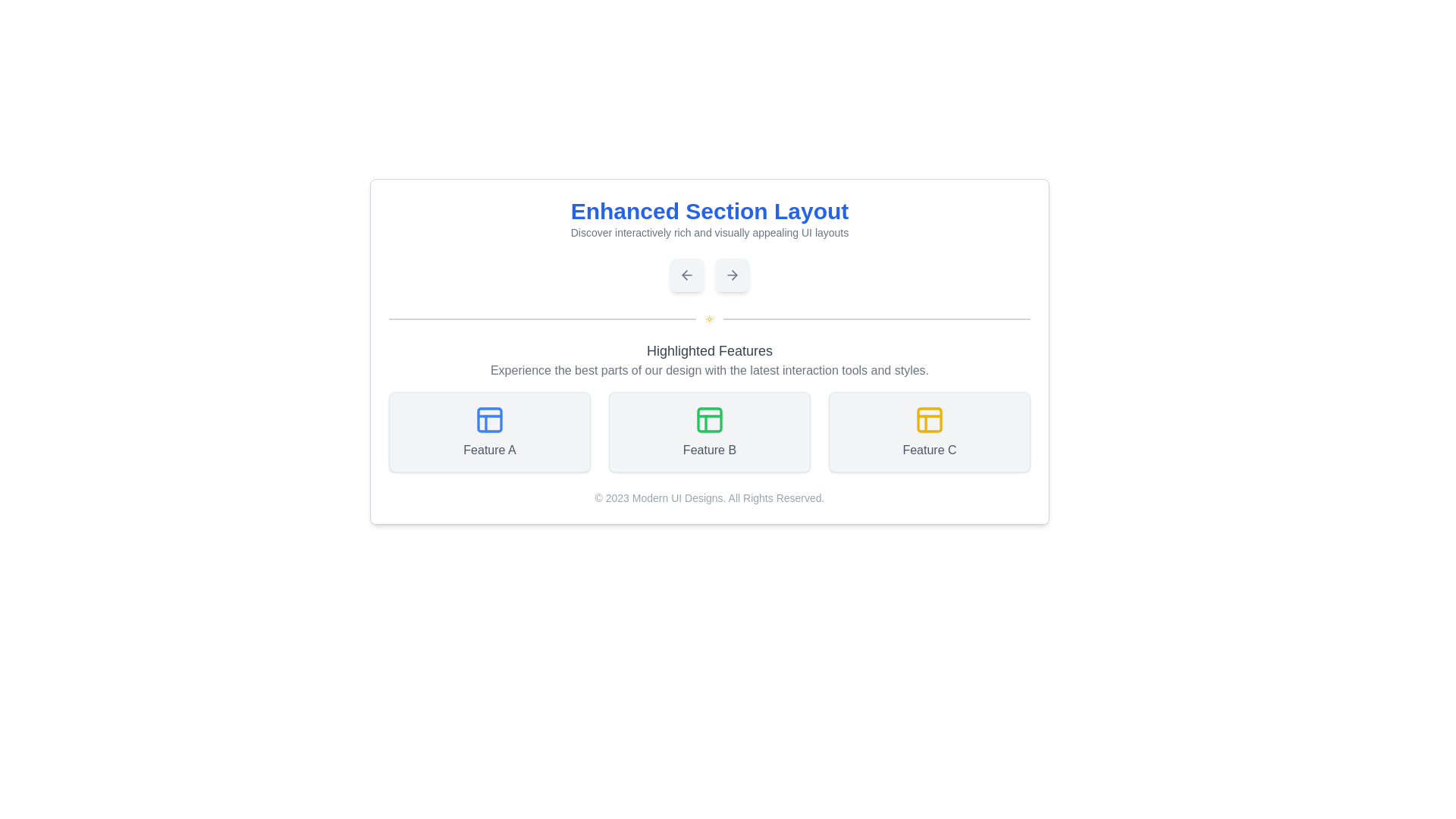 The width and height of the screenshot is (1456, 819). Describe the element at coordinates (490, 432) in the screenshot. I see `text on the Informative card labeled 'Feature A', which is the first card in a grid layout` at that location.